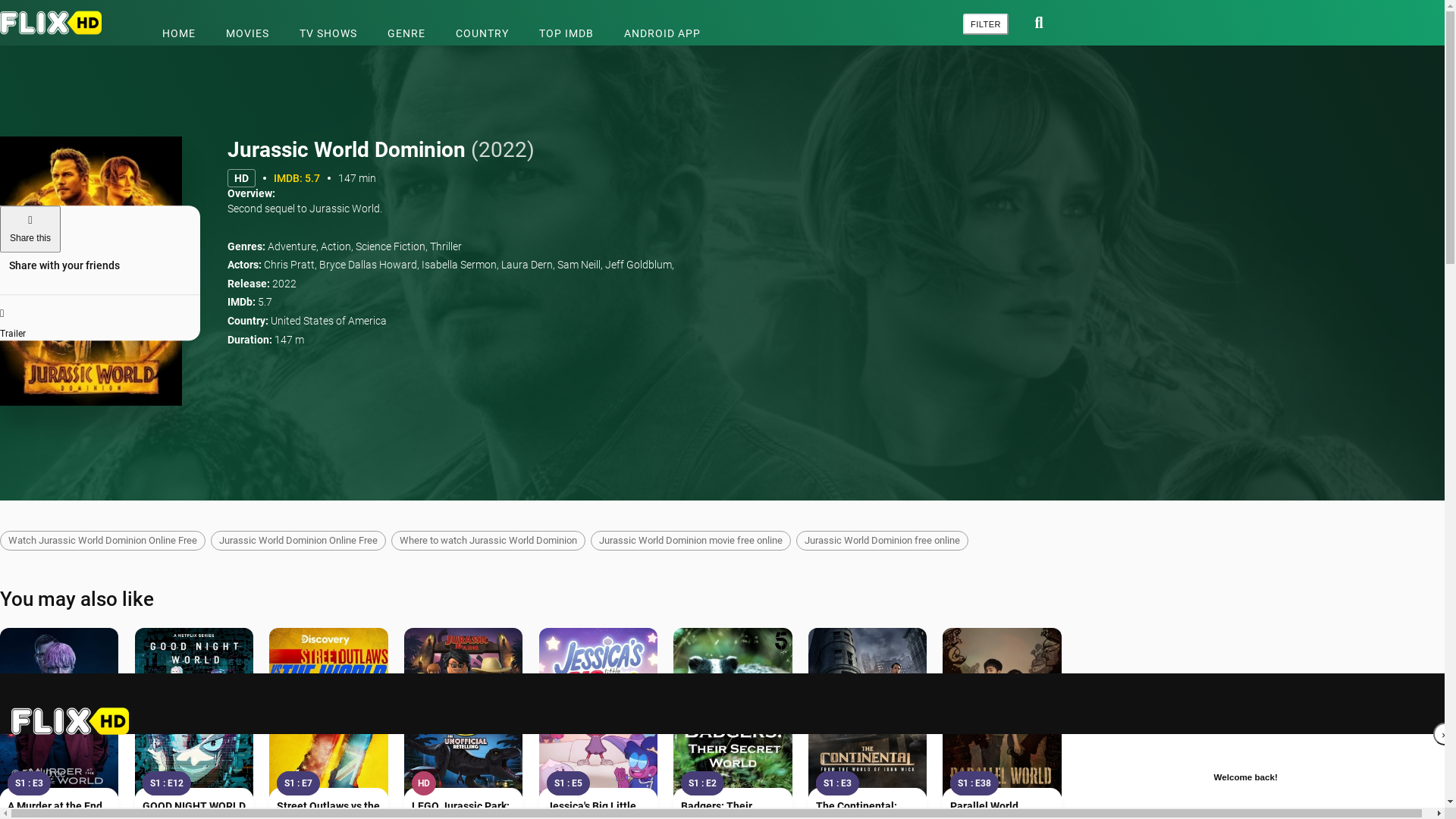 This screenshot has width=1456, height=819. What do you see at coordinates (178, 33) in the screenshot?
I see `'HOME'` at bounding box center [178, 33].